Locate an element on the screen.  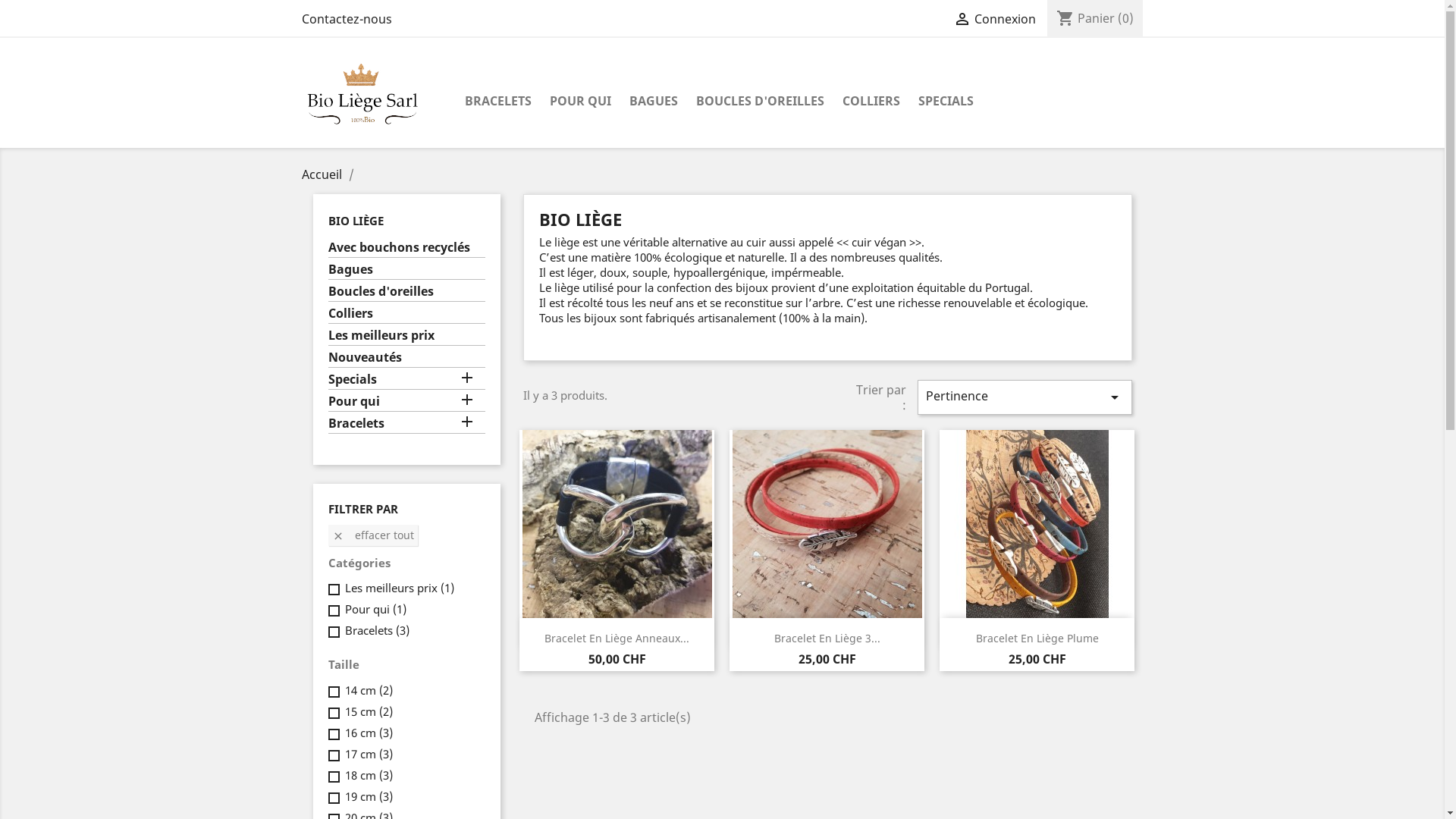
'BOUCLES D'OREILLES' is located at coordinates (760, 102).